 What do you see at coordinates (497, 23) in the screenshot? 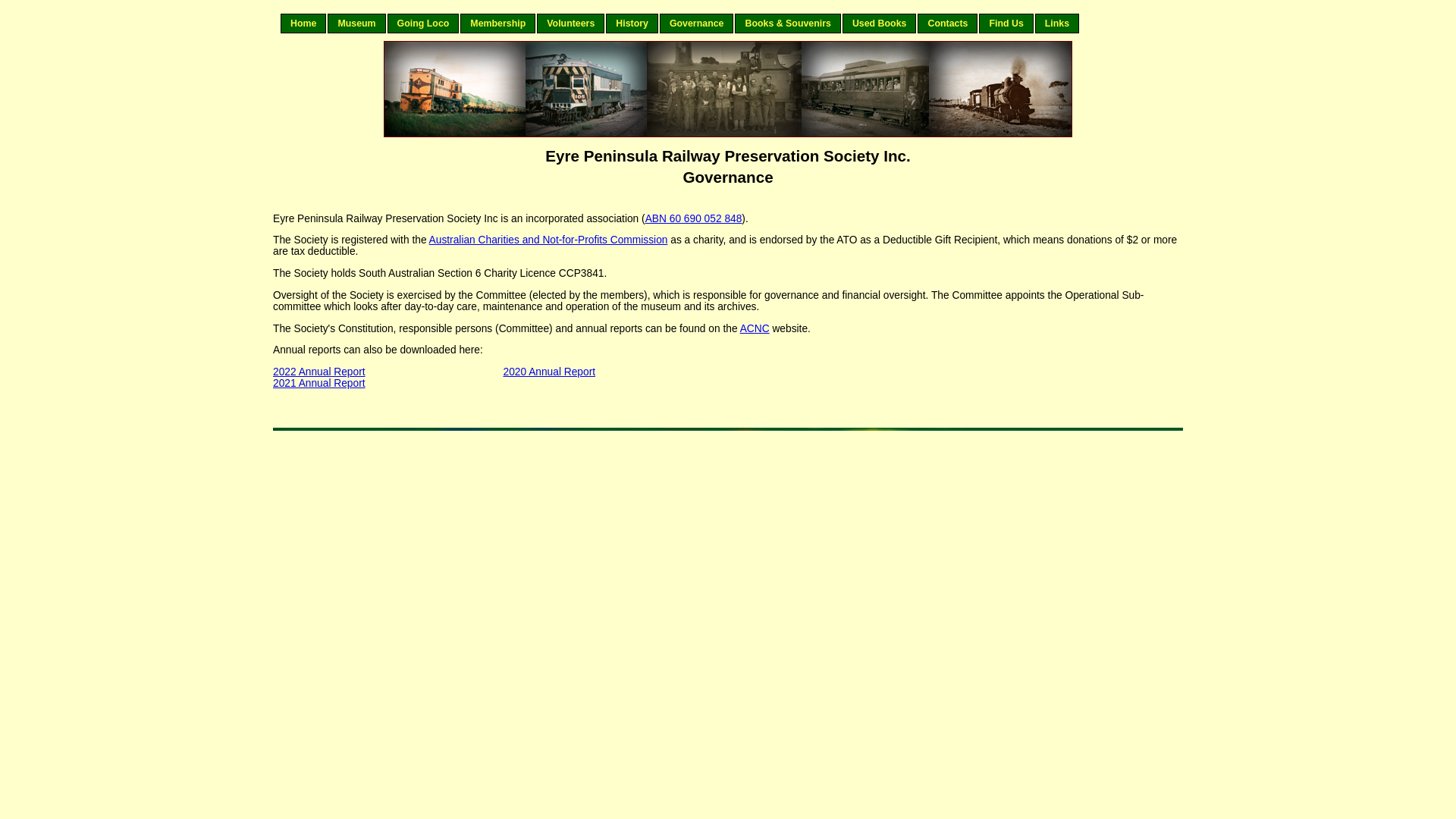
I see `'Membership'` at bounding box center [497, 23].